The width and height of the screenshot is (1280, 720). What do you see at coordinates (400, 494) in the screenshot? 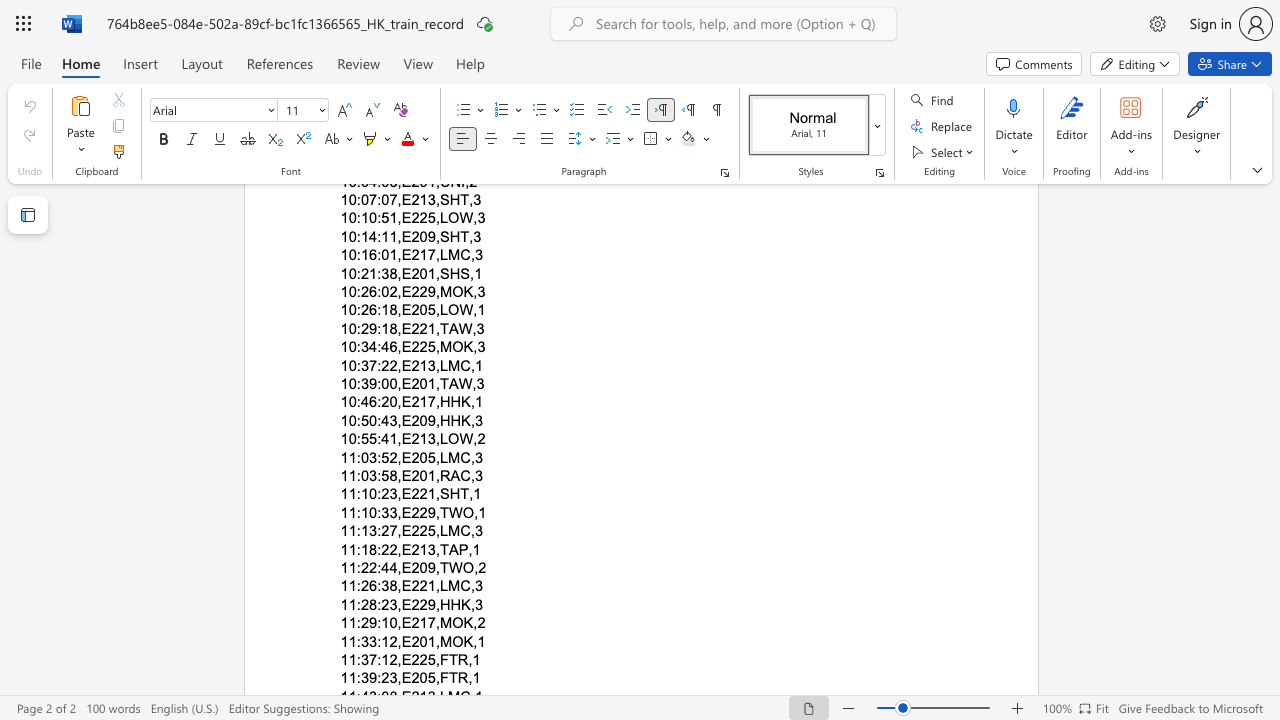
I see `the subset text "E221,SHT," within the text "11:10:23,E221,SHT,1"` at bounding box center [400, 494].